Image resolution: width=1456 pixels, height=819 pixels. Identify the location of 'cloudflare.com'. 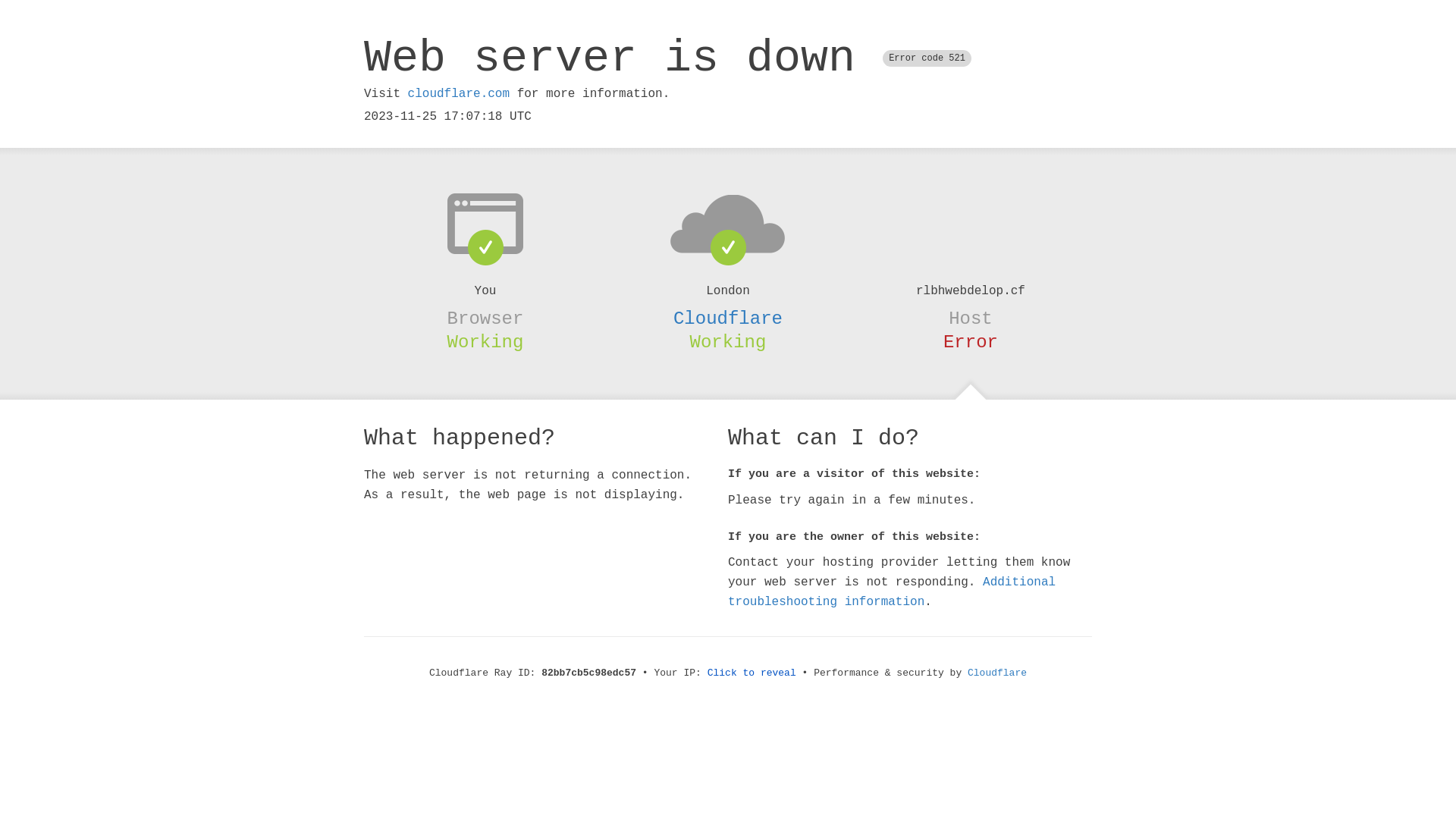
(457, 93).